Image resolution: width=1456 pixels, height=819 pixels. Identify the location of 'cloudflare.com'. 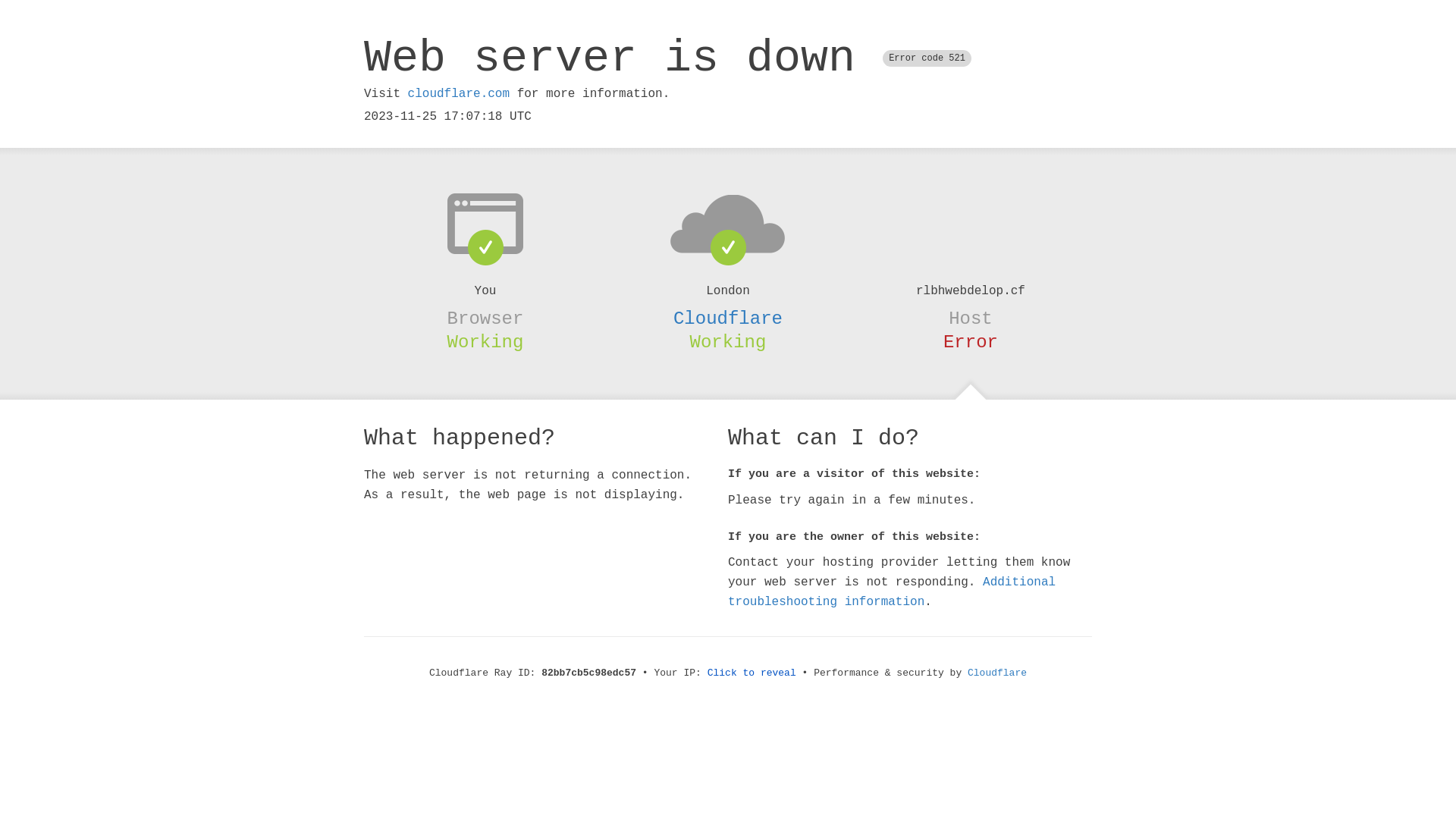
(457, 93).